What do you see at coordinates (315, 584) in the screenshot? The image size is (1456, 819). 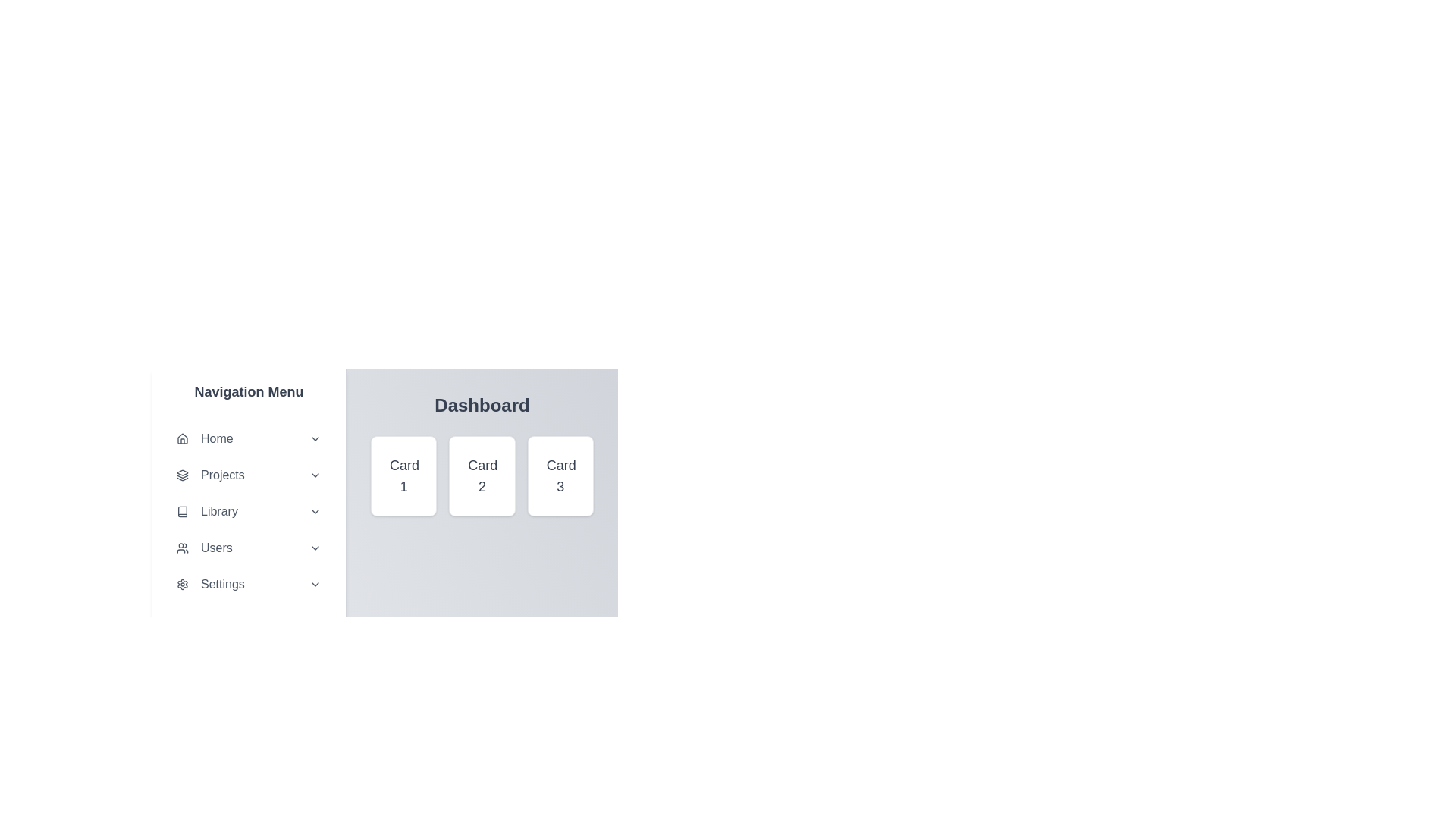 I see `the downward-pointing chevron icon in the navigation menu that is associated with the Settings entry` at bounding box center [315, 584].